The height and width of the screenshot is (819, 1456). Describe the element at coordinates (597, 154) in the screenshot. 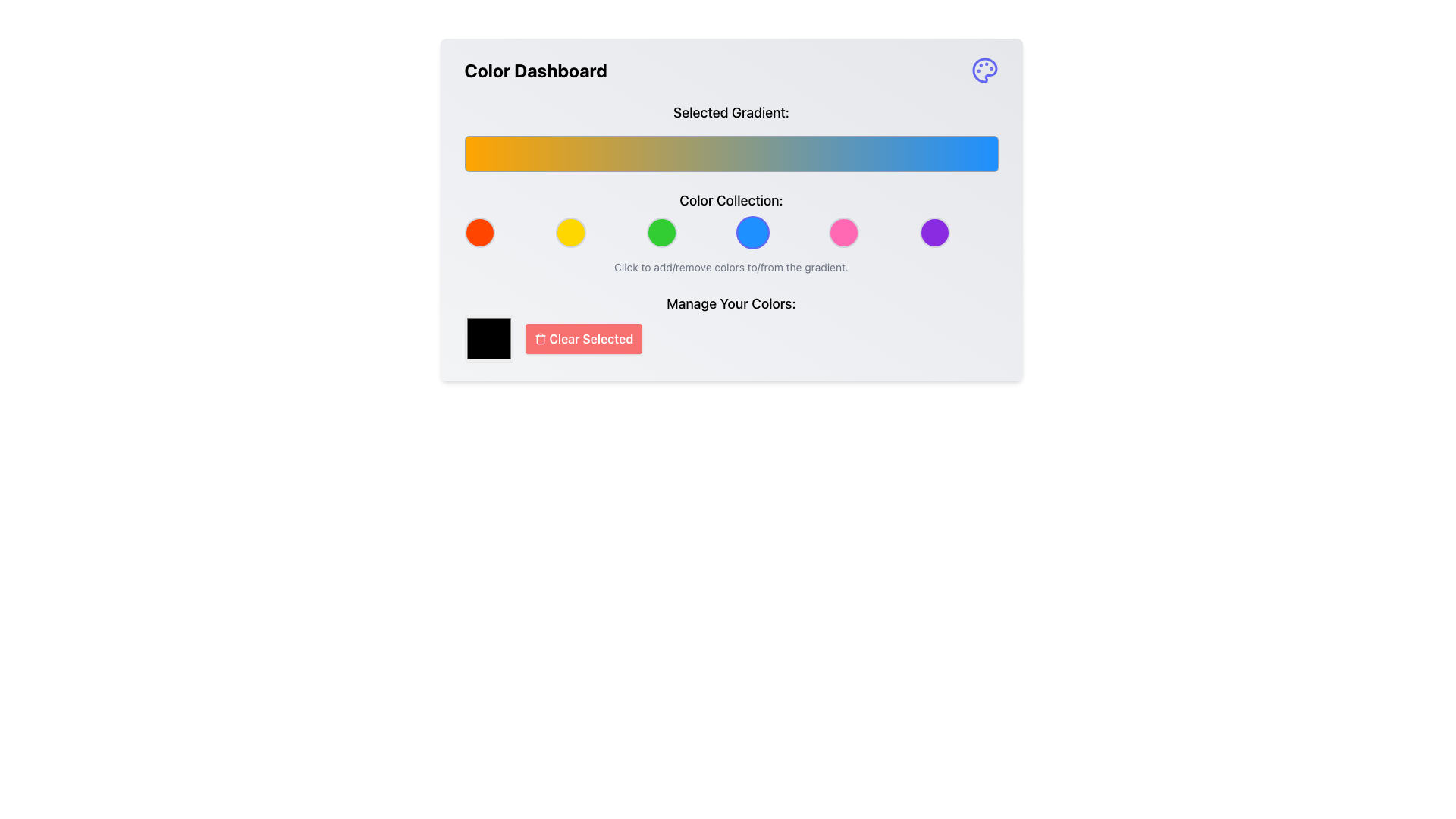

I see `the gradient selection` at that location.